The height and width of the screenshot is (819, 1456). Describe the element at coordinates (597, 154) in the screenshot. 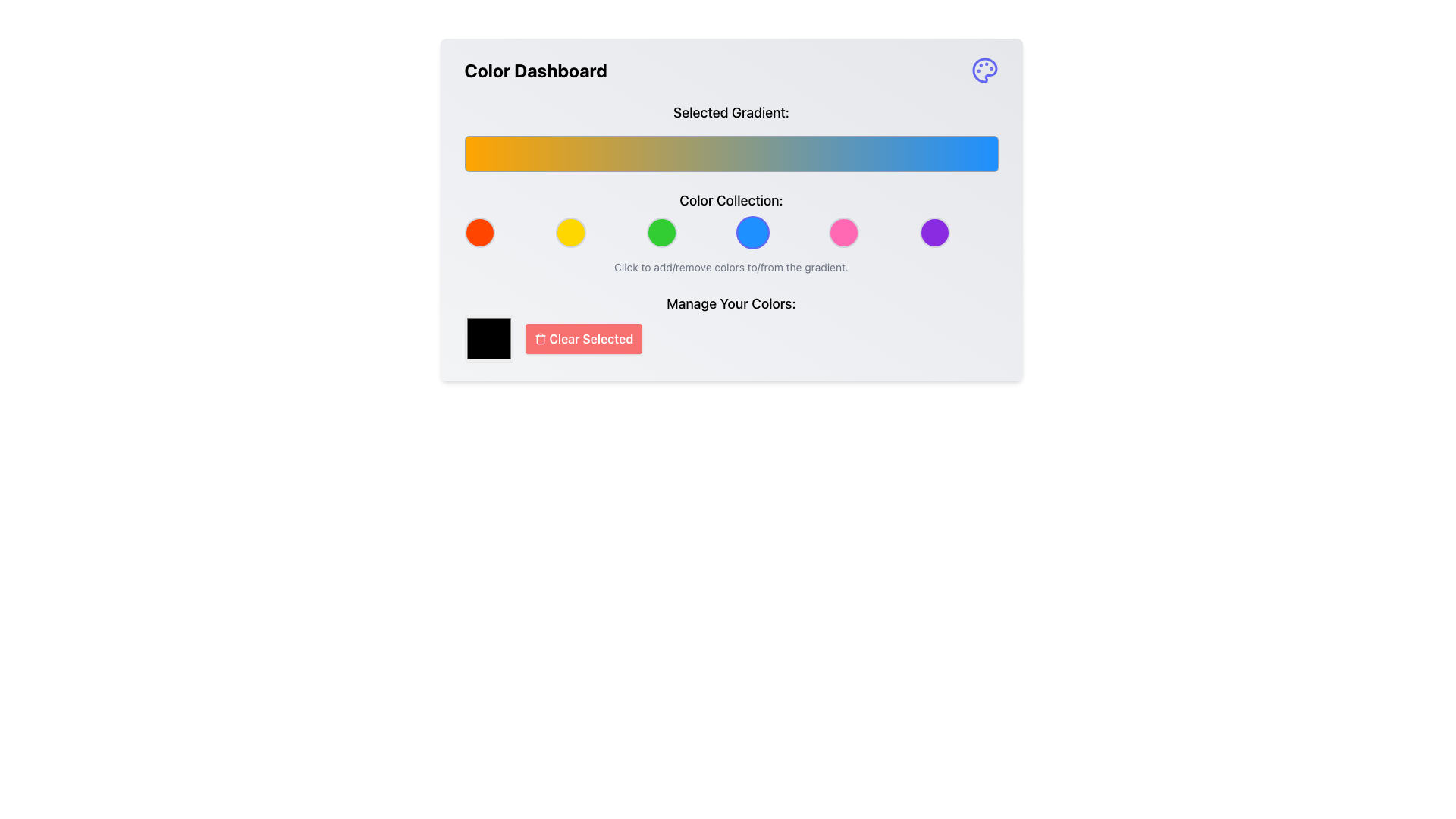

I see `the gradient selection` at that location.